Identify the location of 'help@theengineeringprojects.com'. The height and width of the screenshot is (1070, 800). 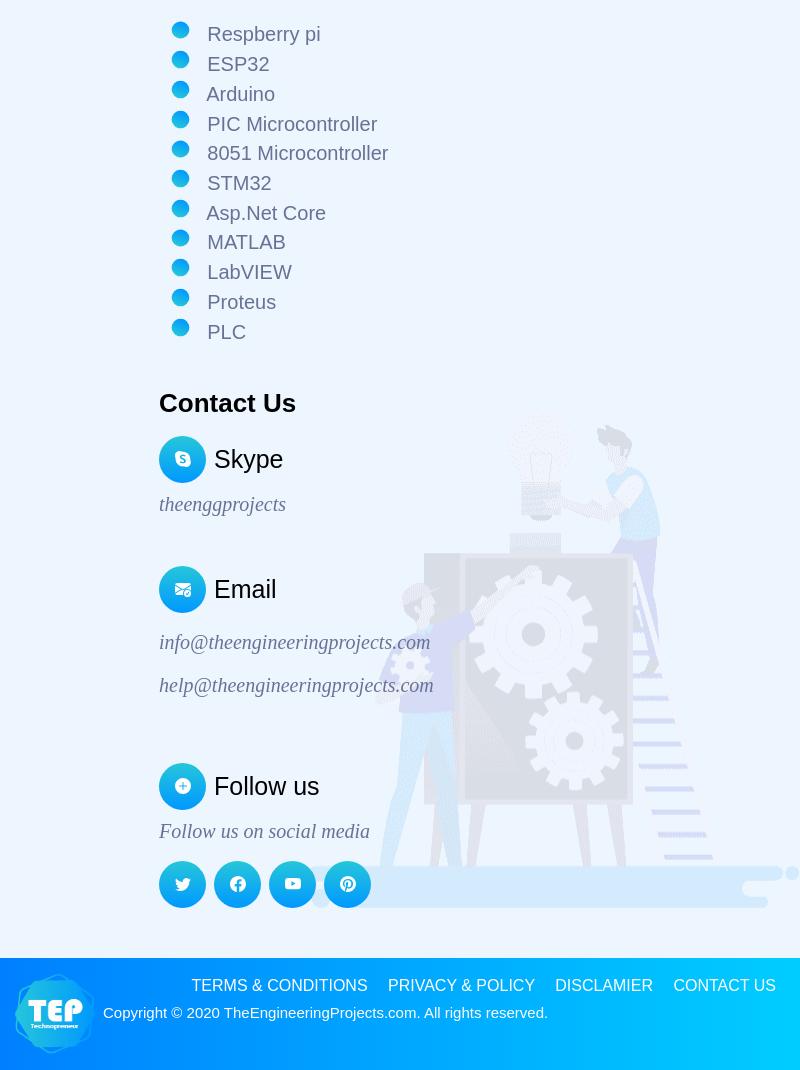
(296, 684).